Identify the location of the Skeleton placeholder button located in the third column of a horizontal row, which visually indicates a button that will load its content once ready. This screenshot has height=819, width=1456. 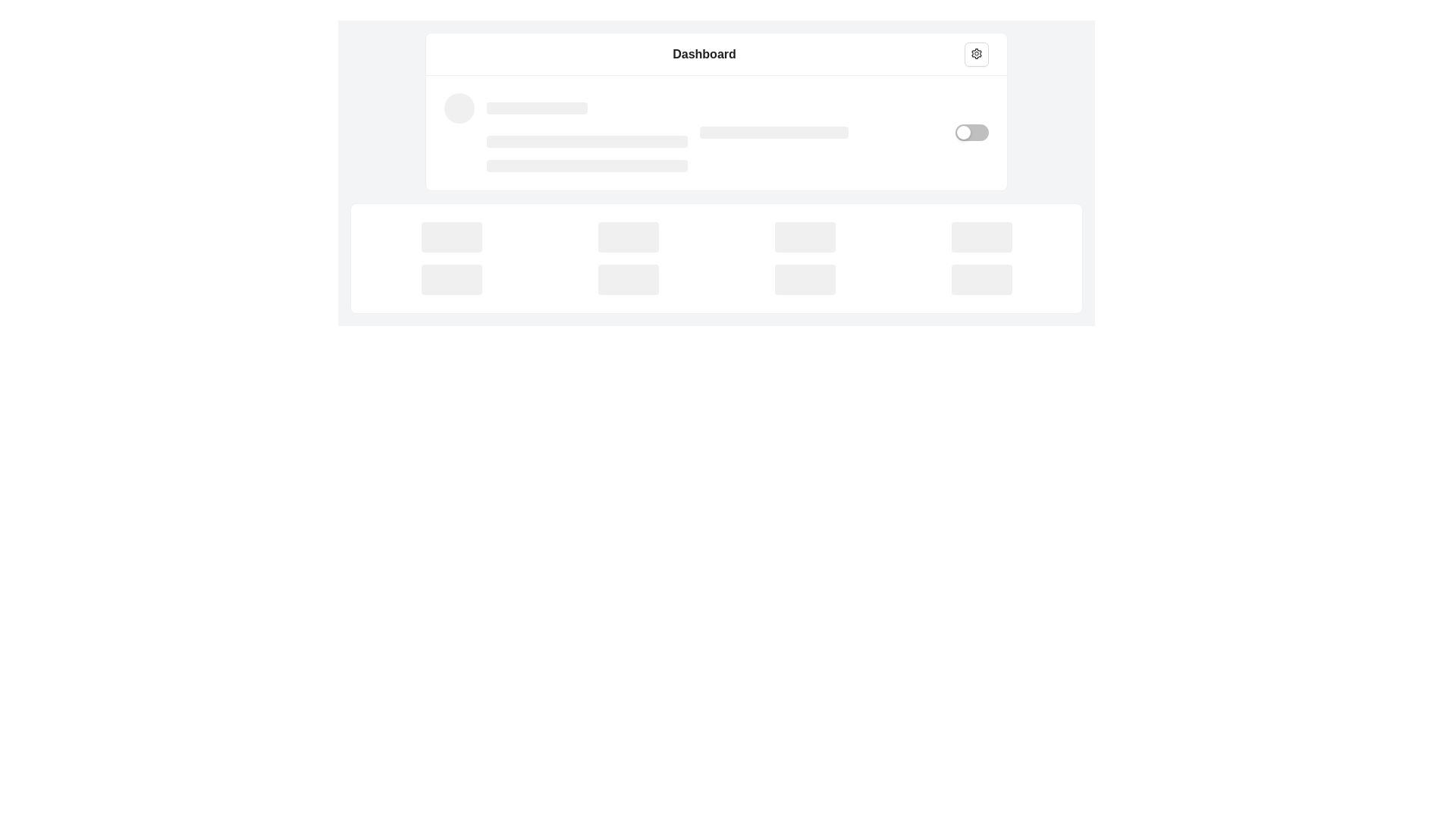
(804, 280).